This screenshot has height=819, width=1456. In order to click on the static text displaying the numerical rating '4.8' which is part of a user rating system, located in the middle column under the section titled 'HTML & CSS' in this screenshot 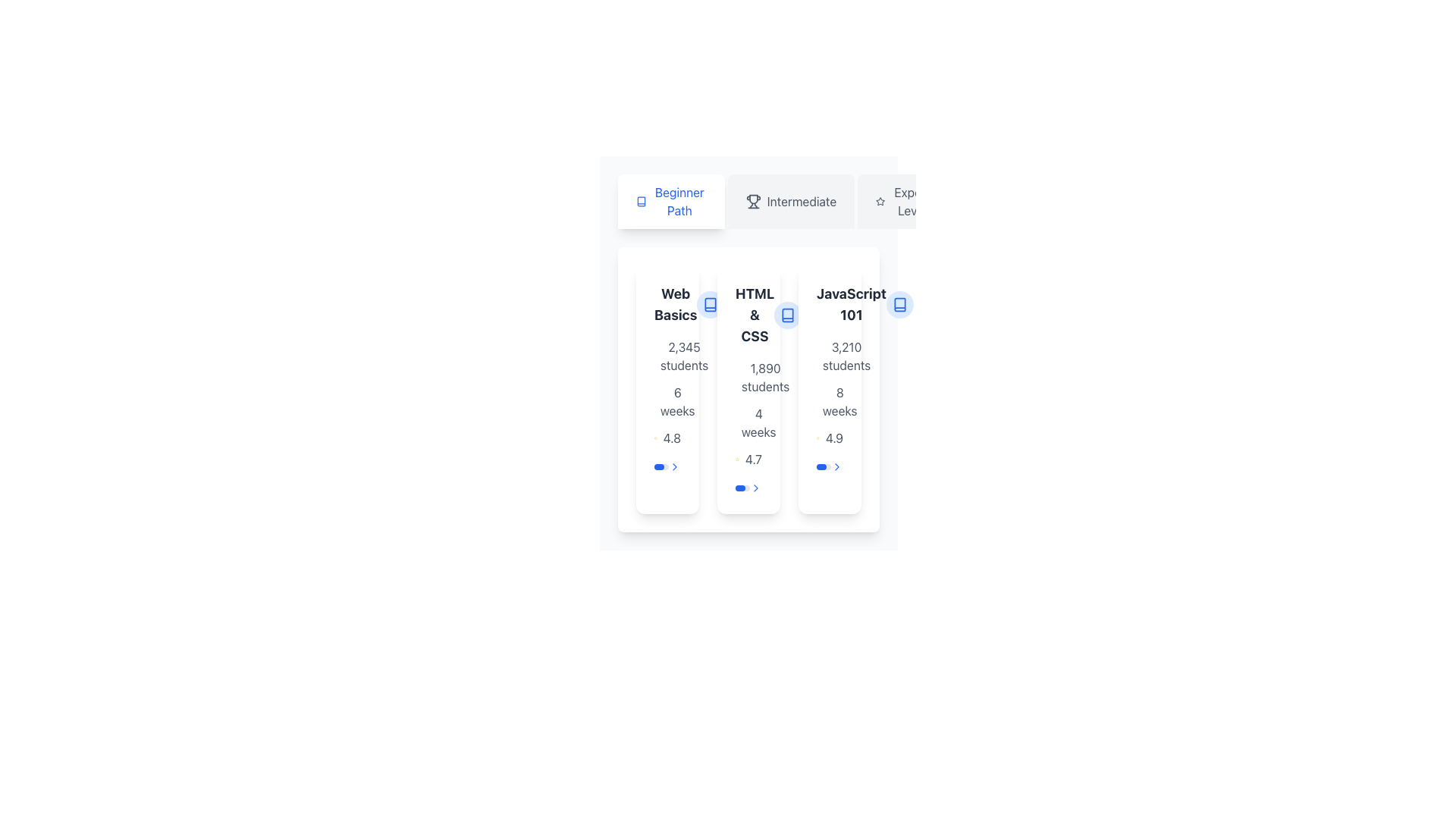, I will do `click(671, 438)`.